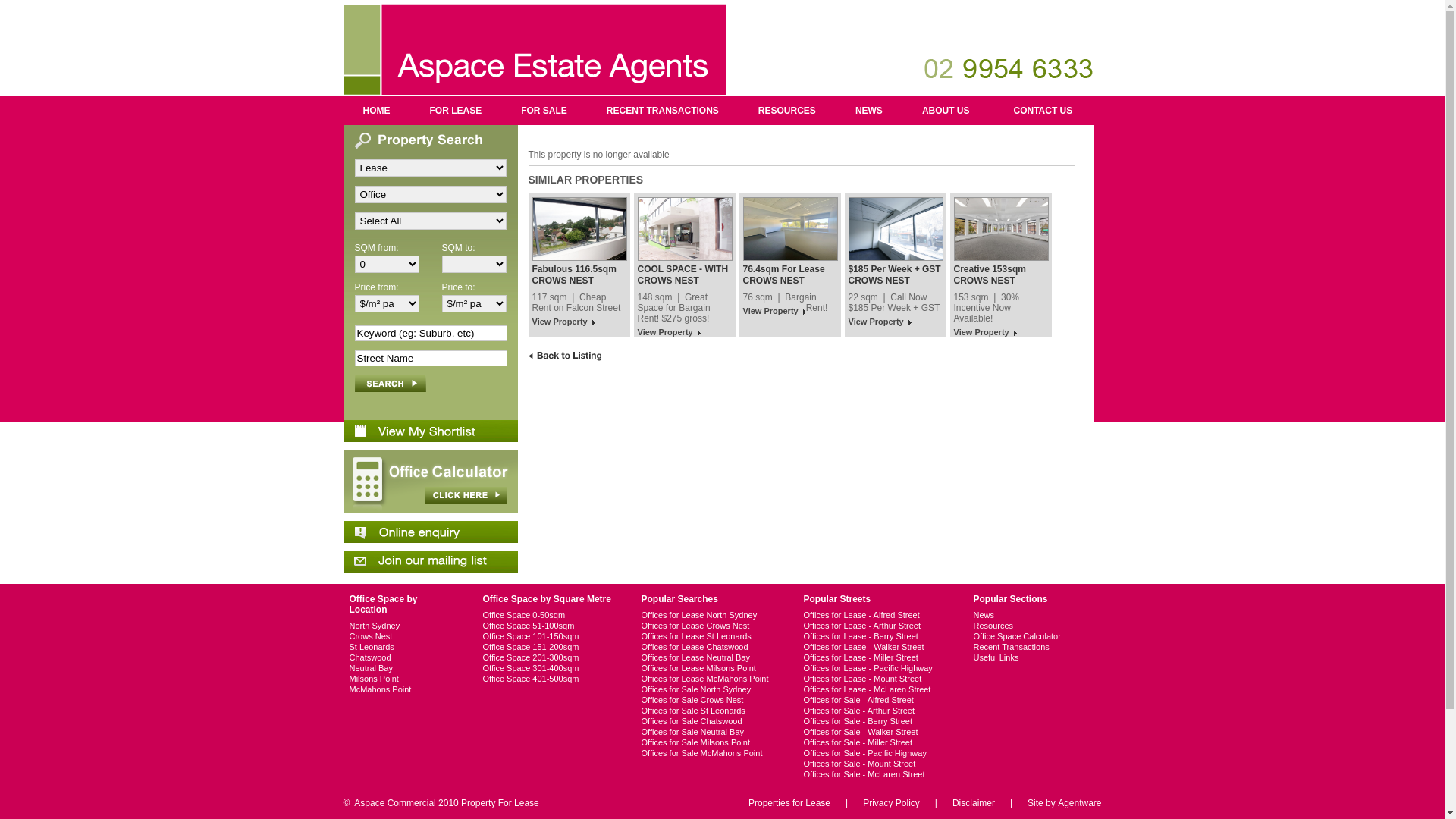  I want to click on 'Useful Links', so click(1019, 657).